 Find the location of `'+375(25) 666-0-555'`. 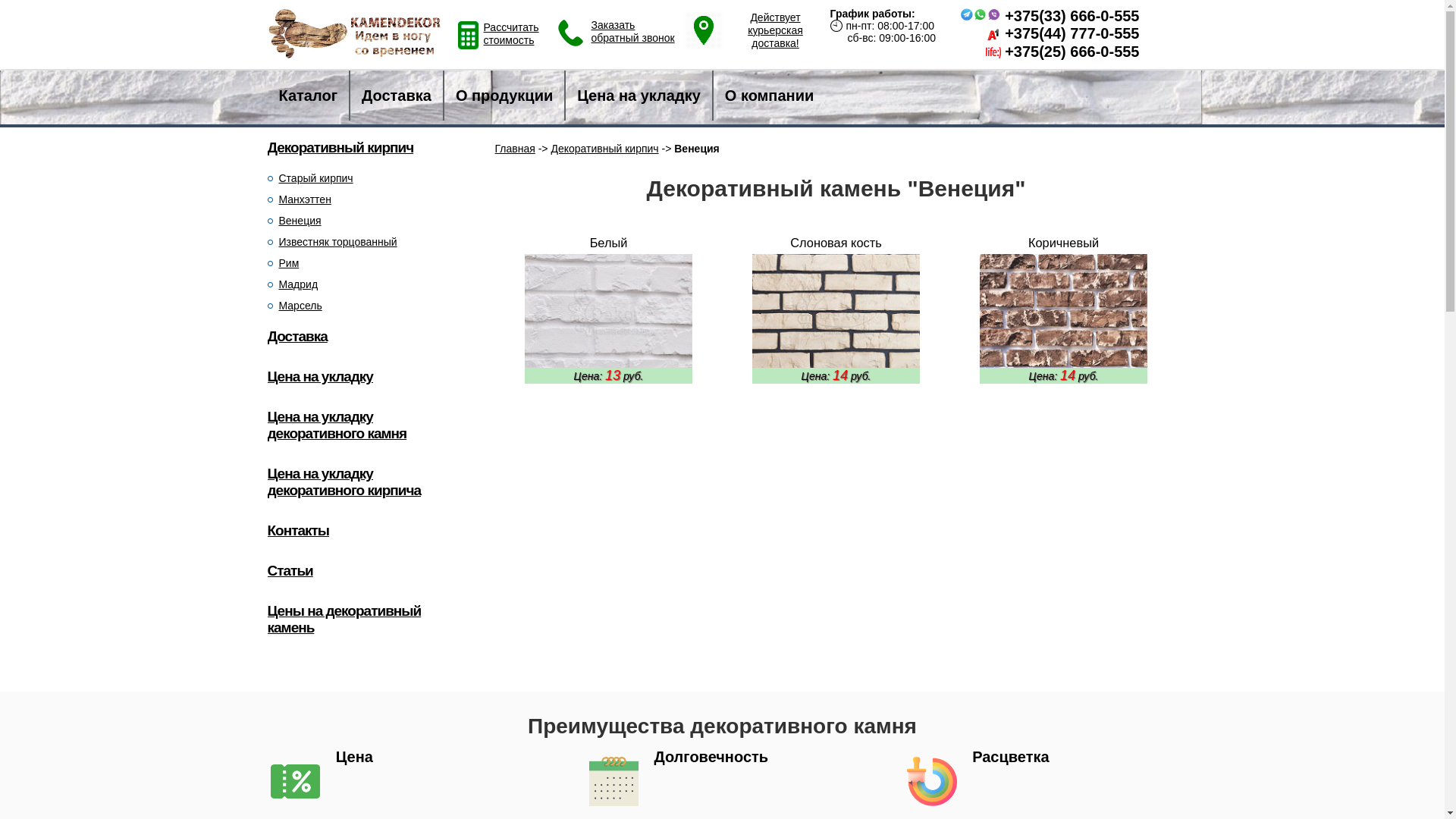

'+375(25) 666-0-555' is located at coordinates (1004, 51).